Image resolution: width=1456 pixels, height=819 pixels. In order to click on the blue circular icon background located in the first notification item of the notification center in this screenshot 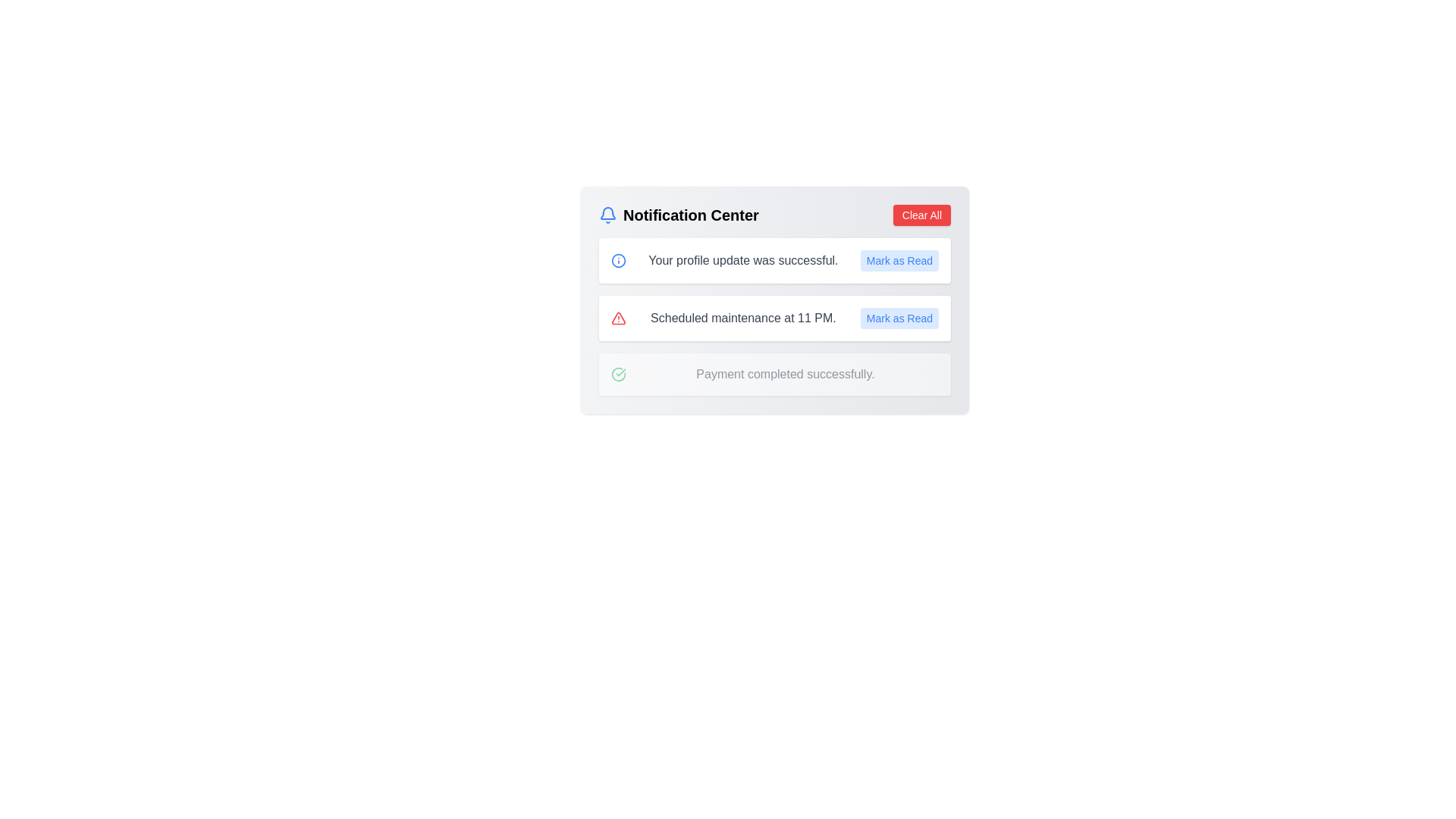, I will do `click(619, 259)`.